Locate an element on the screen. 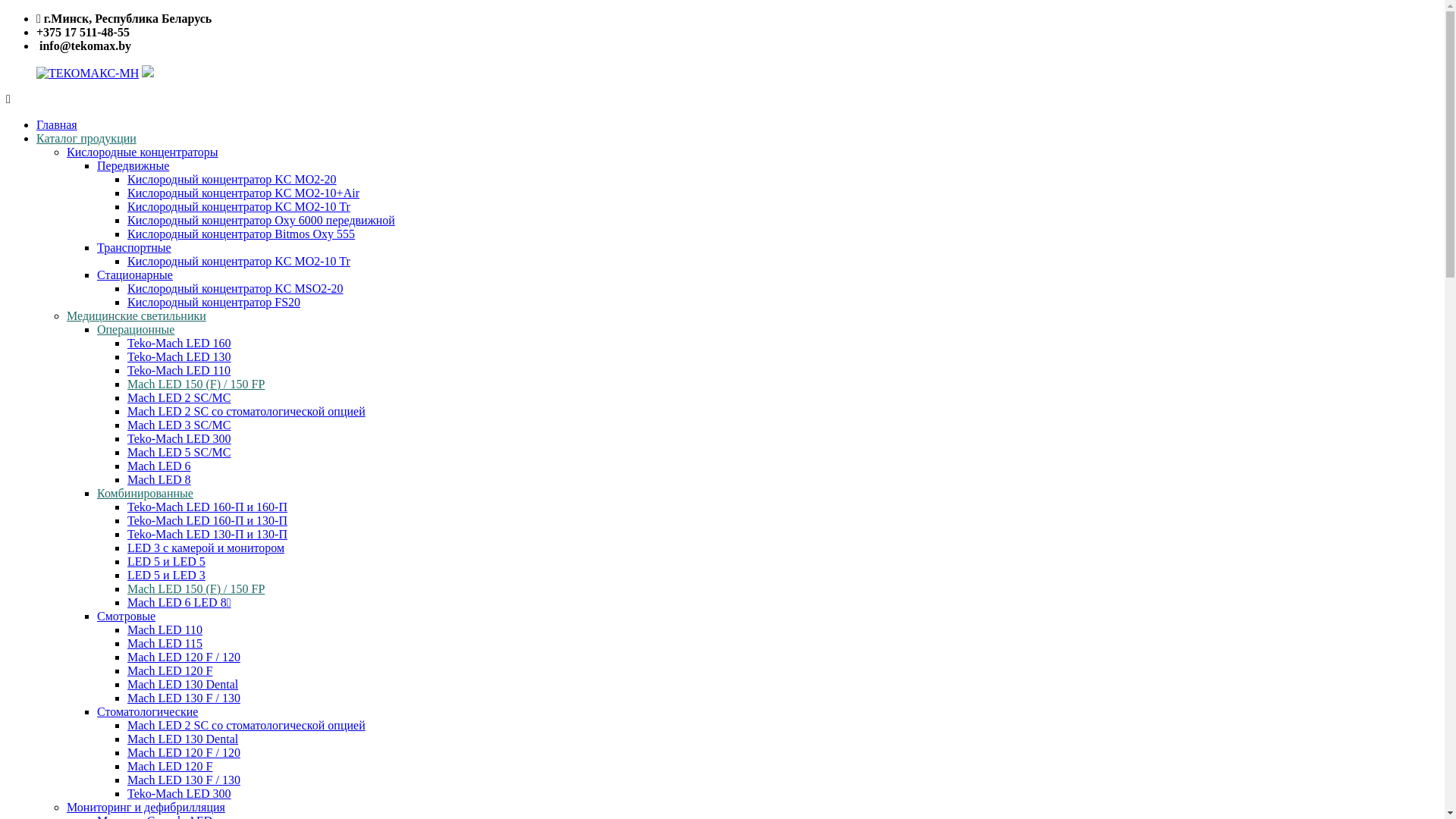 The width and height of the screenshot is (1456, 819). 'Mach LED 2 SC/MC' is located at coordinates (178, 397).